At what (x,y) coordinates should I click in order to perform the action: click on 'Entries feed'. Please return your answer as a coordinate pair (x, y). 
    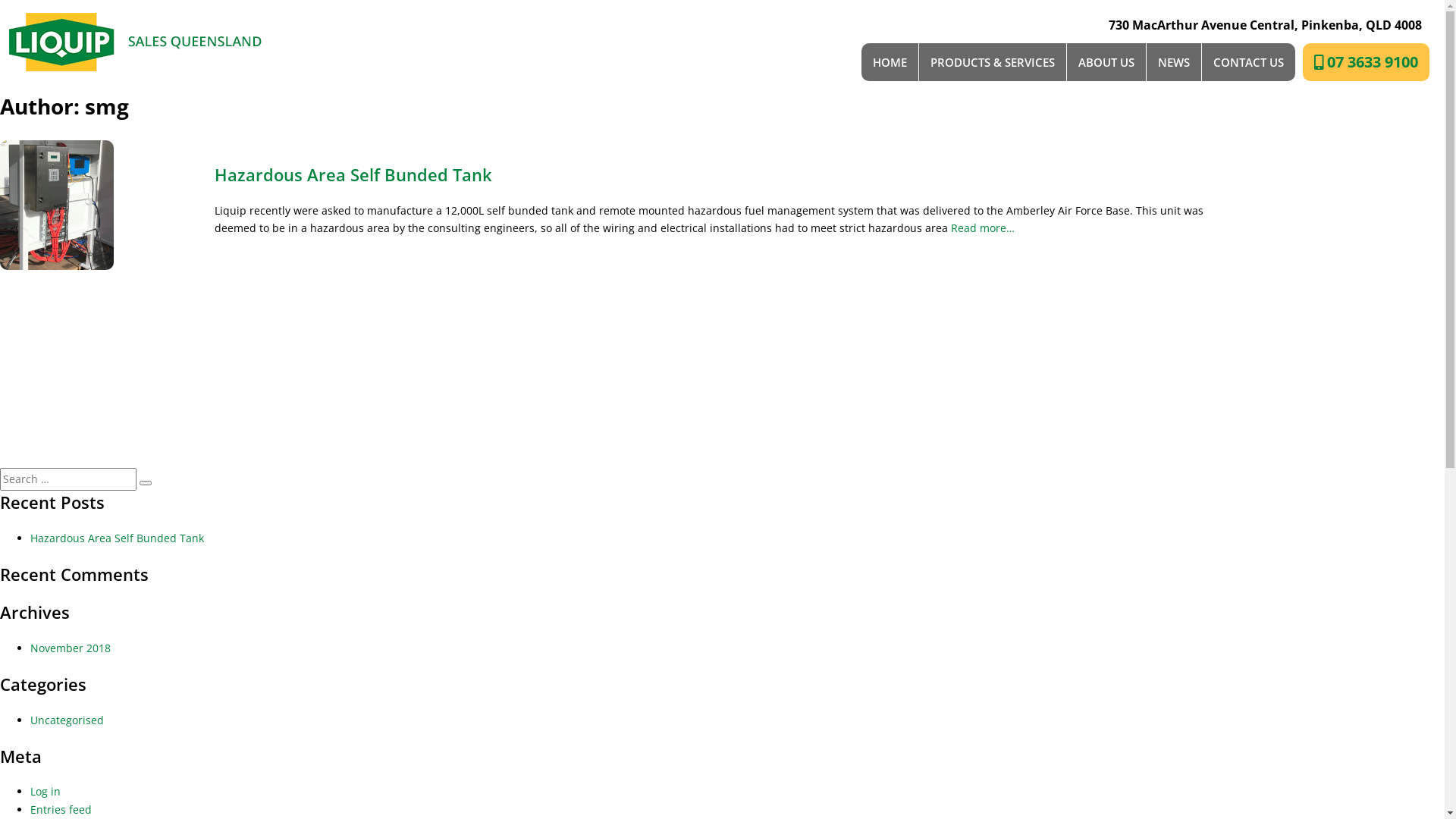
    Looking at the image, I should click on (61, 808).